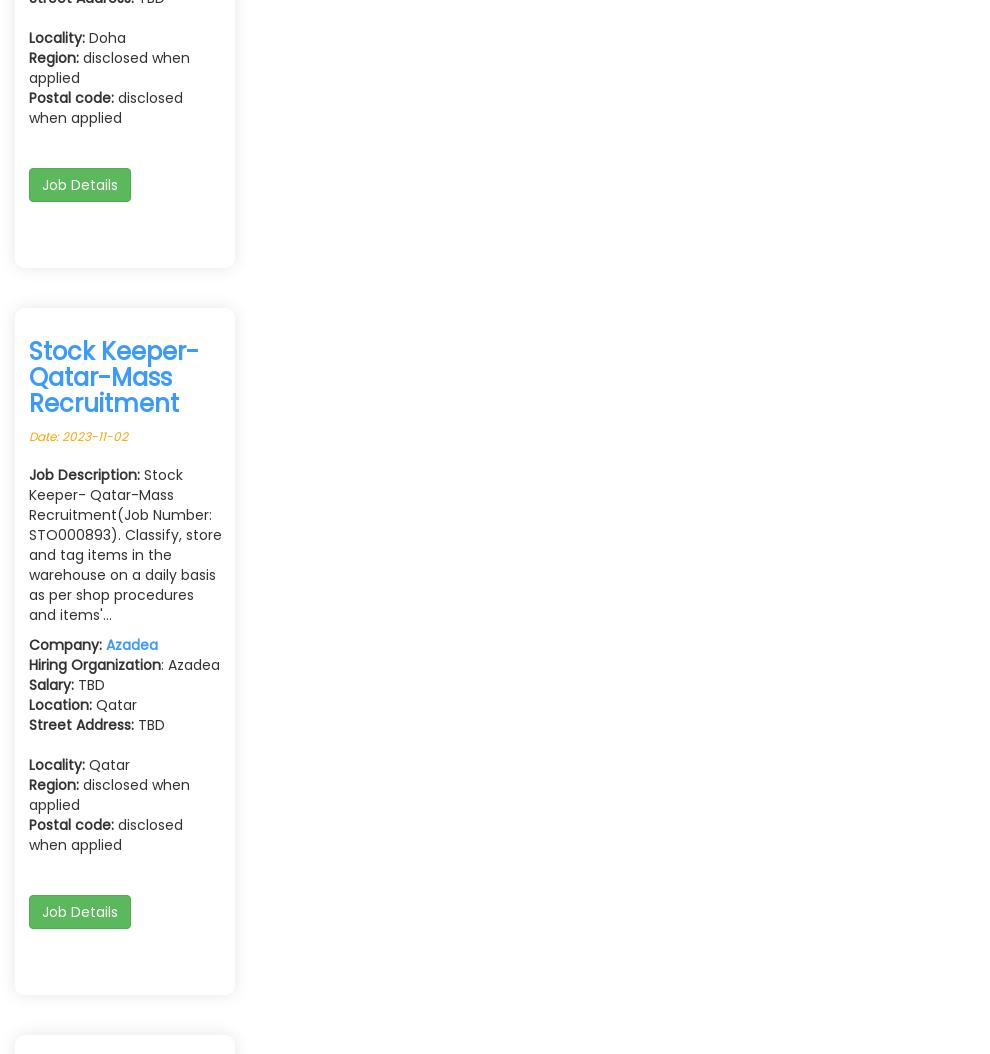 Image resolution: width=990 pixels, height=1054 pixels. What do you see at coordinates (130, 643) in the screenshot?
I see `'Azadea'` at bounding box center [130, 643].